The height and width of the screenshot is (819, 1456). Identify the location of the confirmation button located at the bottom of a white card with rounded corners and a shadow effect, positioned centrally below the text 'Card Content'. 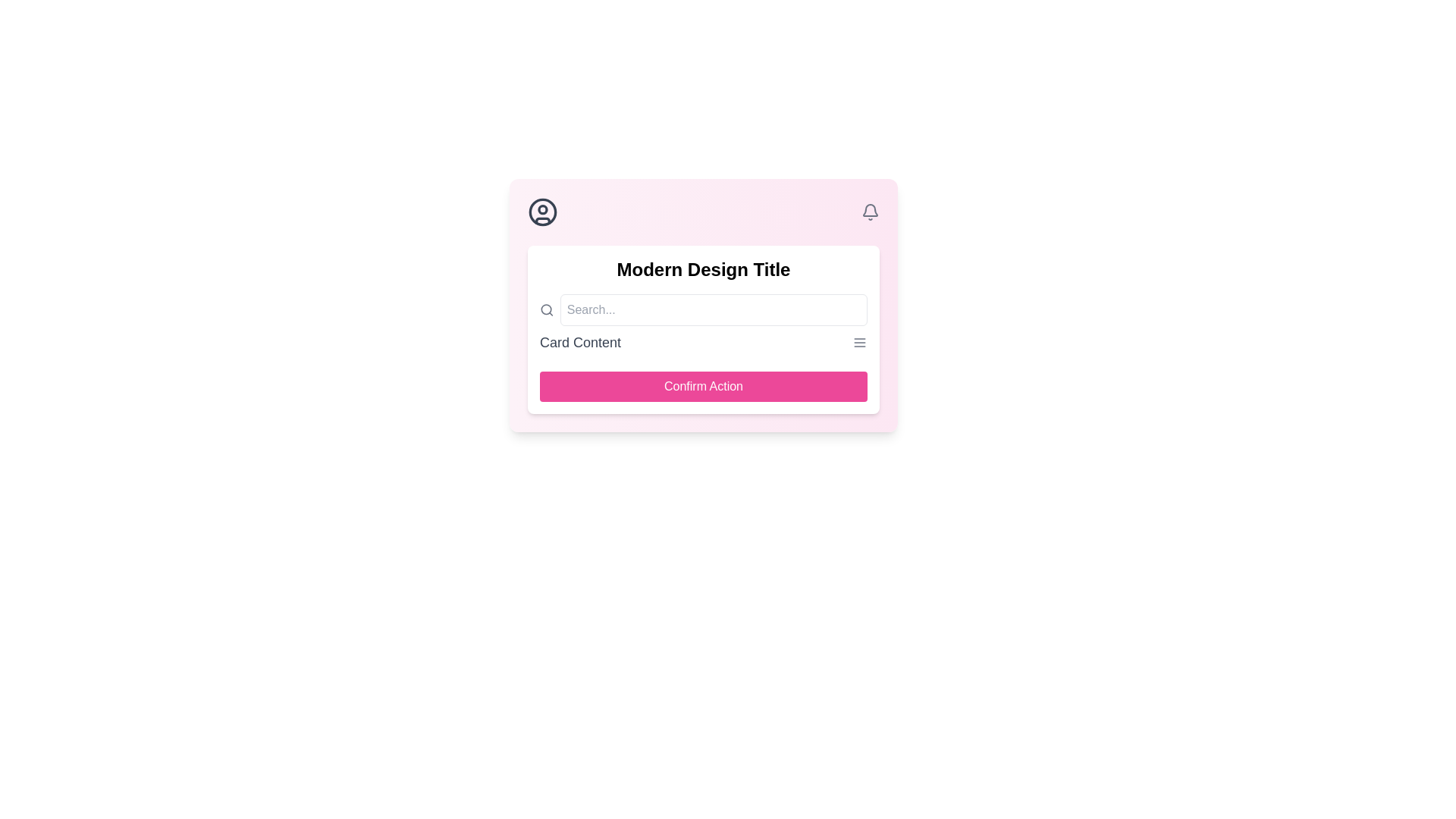
(702, 385).